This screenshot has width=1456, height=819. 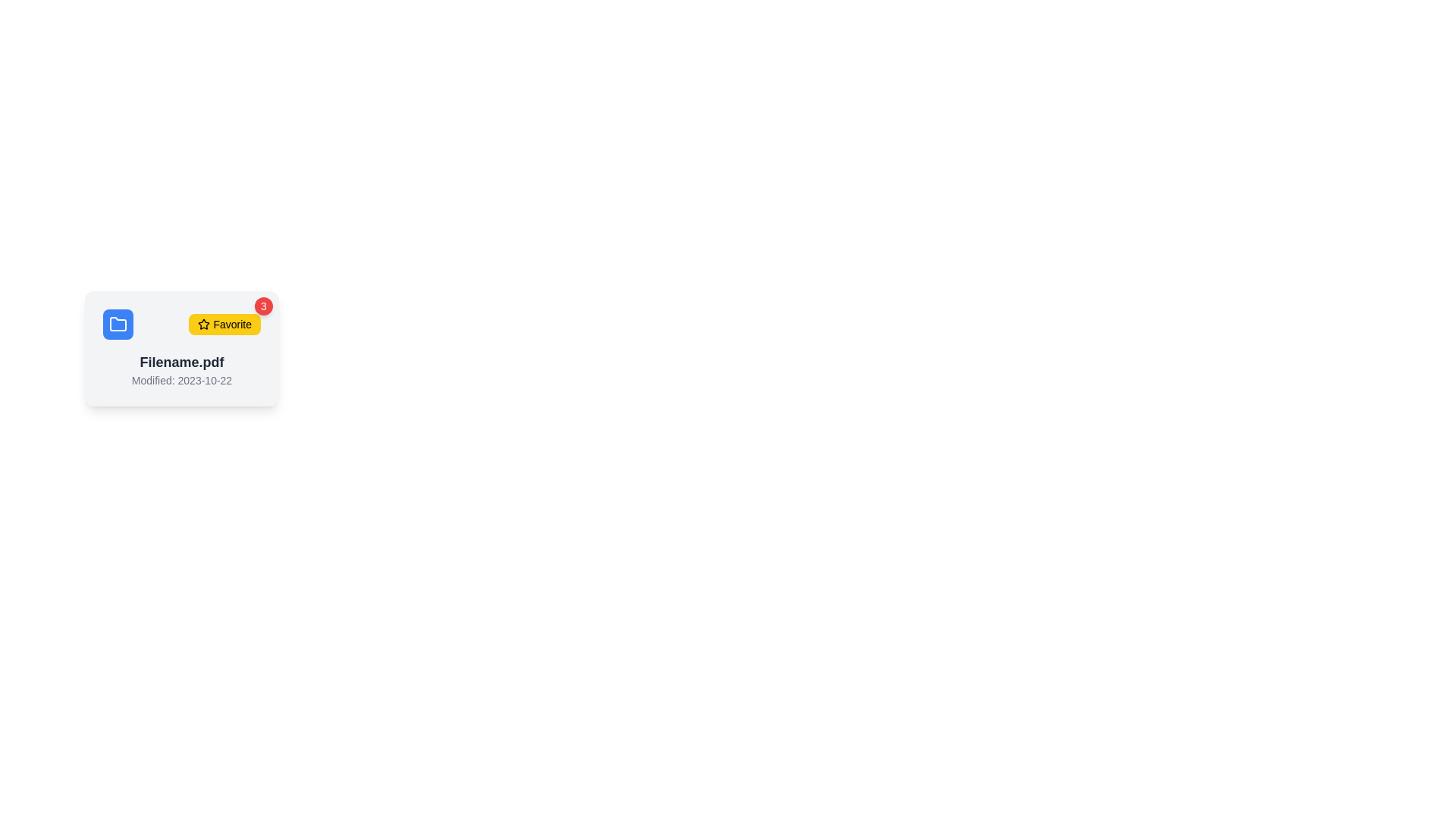 I want to click on the graphical folder icon with a blue fill located in the top-left section of the file metadata card, so click(x=118, y=323).